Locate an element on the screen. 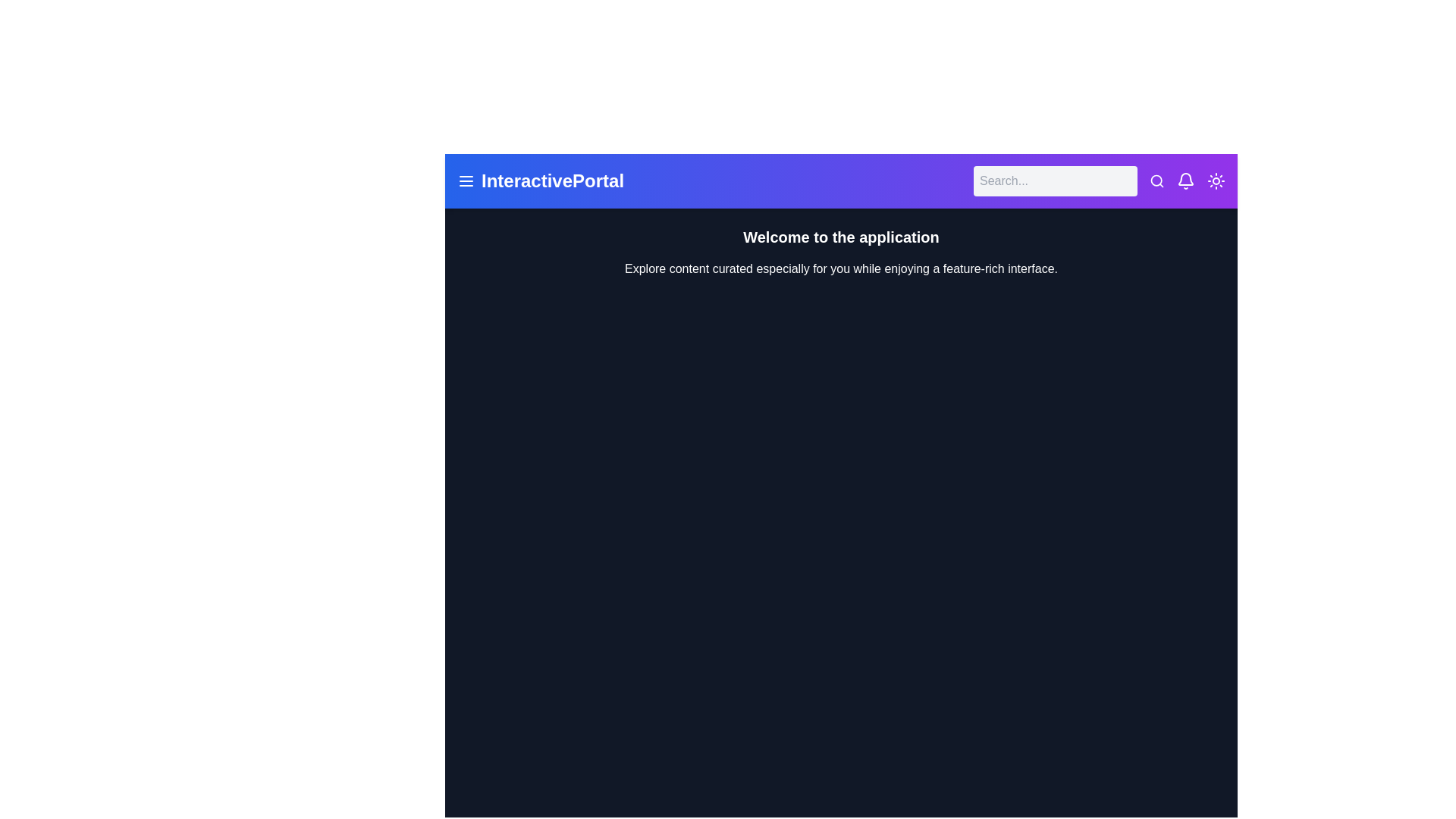 This screenshot has height=819, width=1456. the element with lucide-sun class is located at coordinates (1216, 180).